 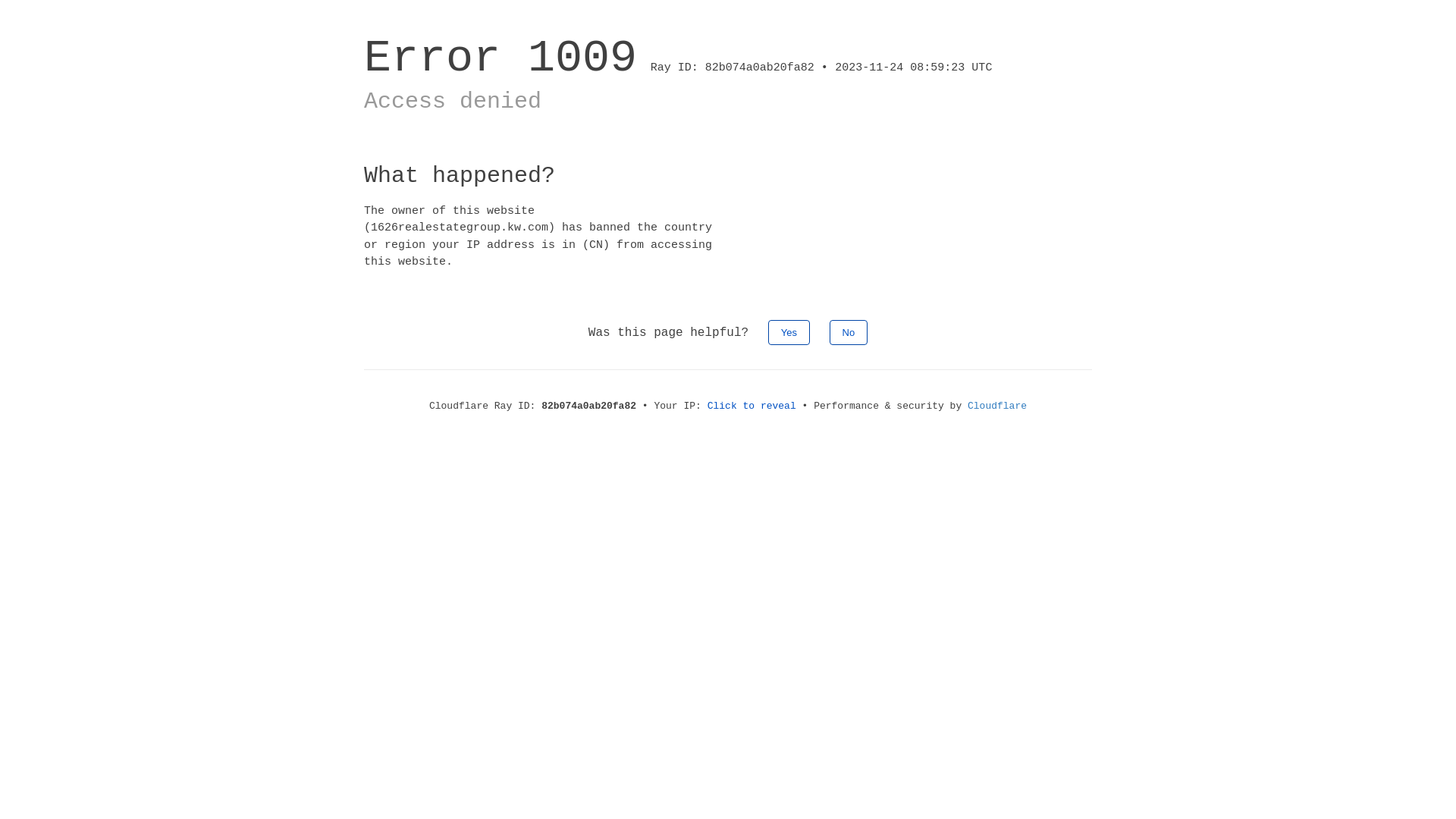 What do you see at coordinates (848, 331) in the screenshot?
I see `'No'` at bounding box center [848, 331].